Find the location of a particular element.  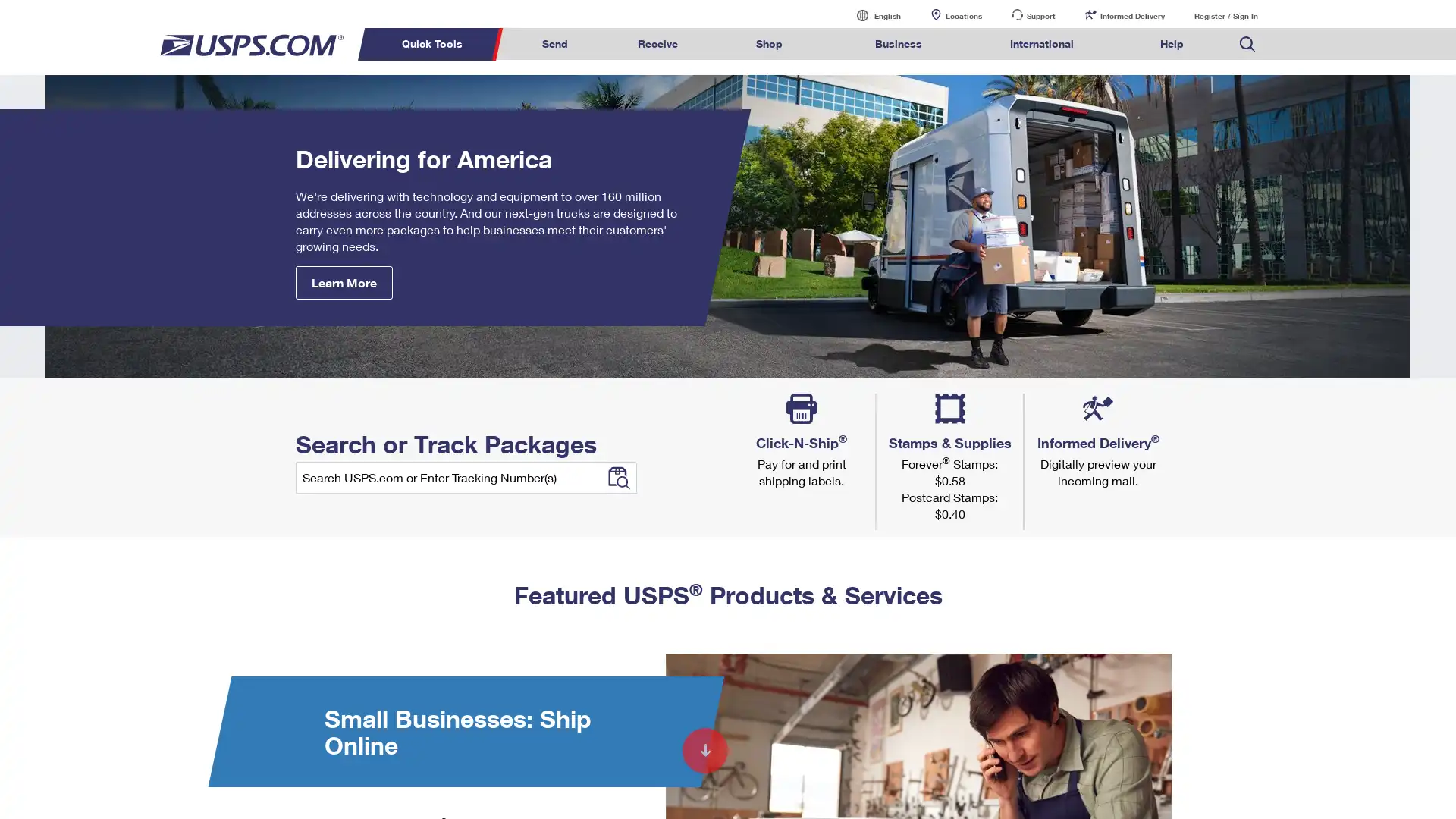

Search is located at coordinates (955, 409).